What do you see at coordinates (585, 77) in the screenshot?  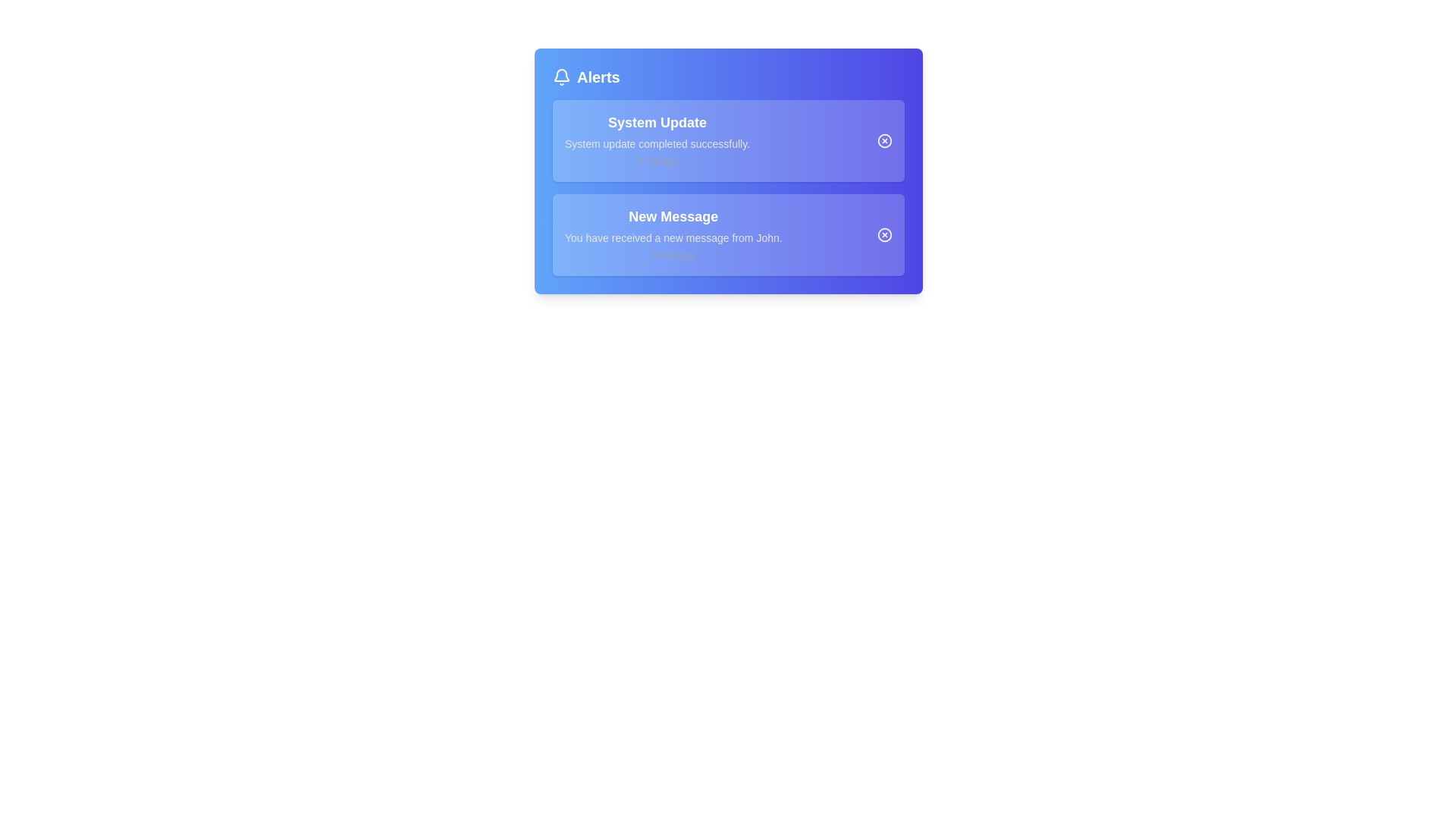 I see `the label with an icon that indicates alert-related items, located at the top-left corner of the main interface` at bounding box center [585, 77].